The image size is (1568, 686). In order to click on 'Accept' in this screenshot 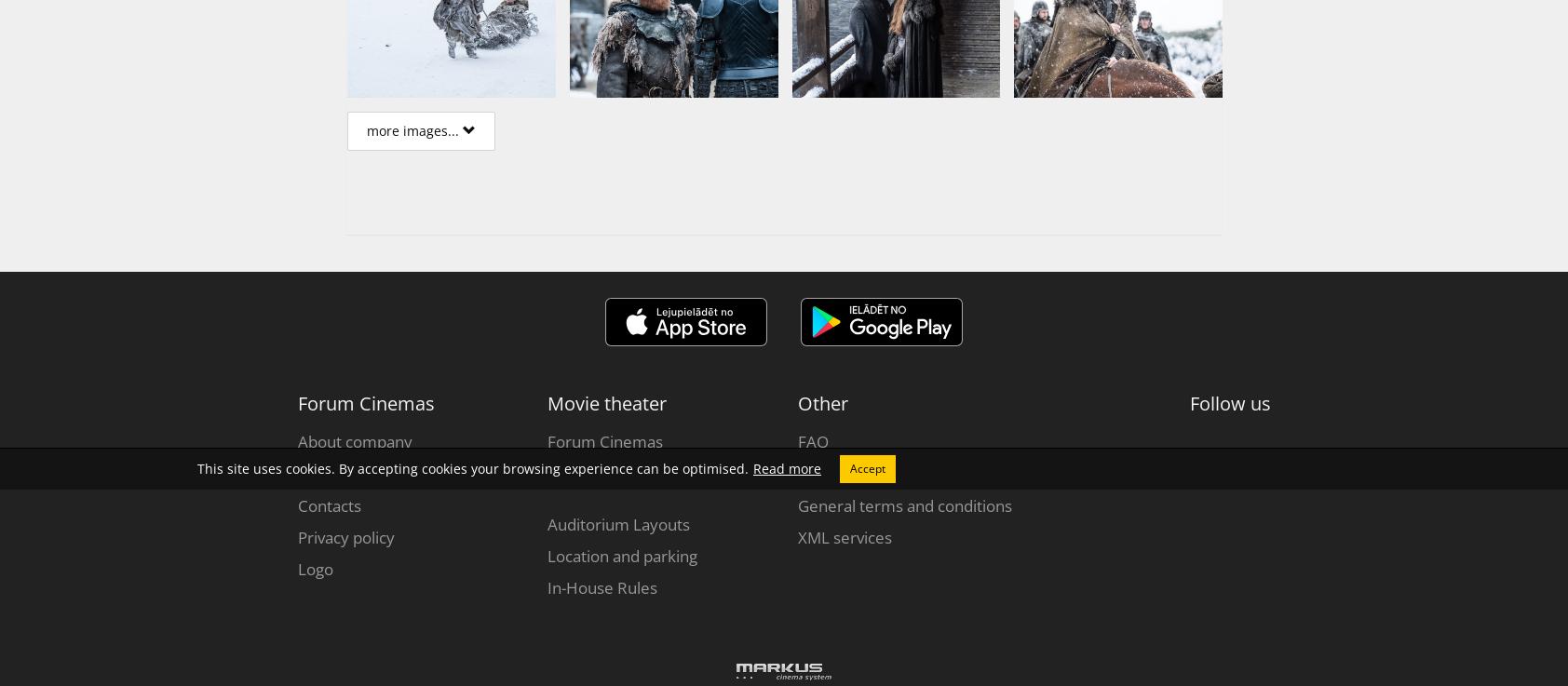, I will do `click(866, 467)`.